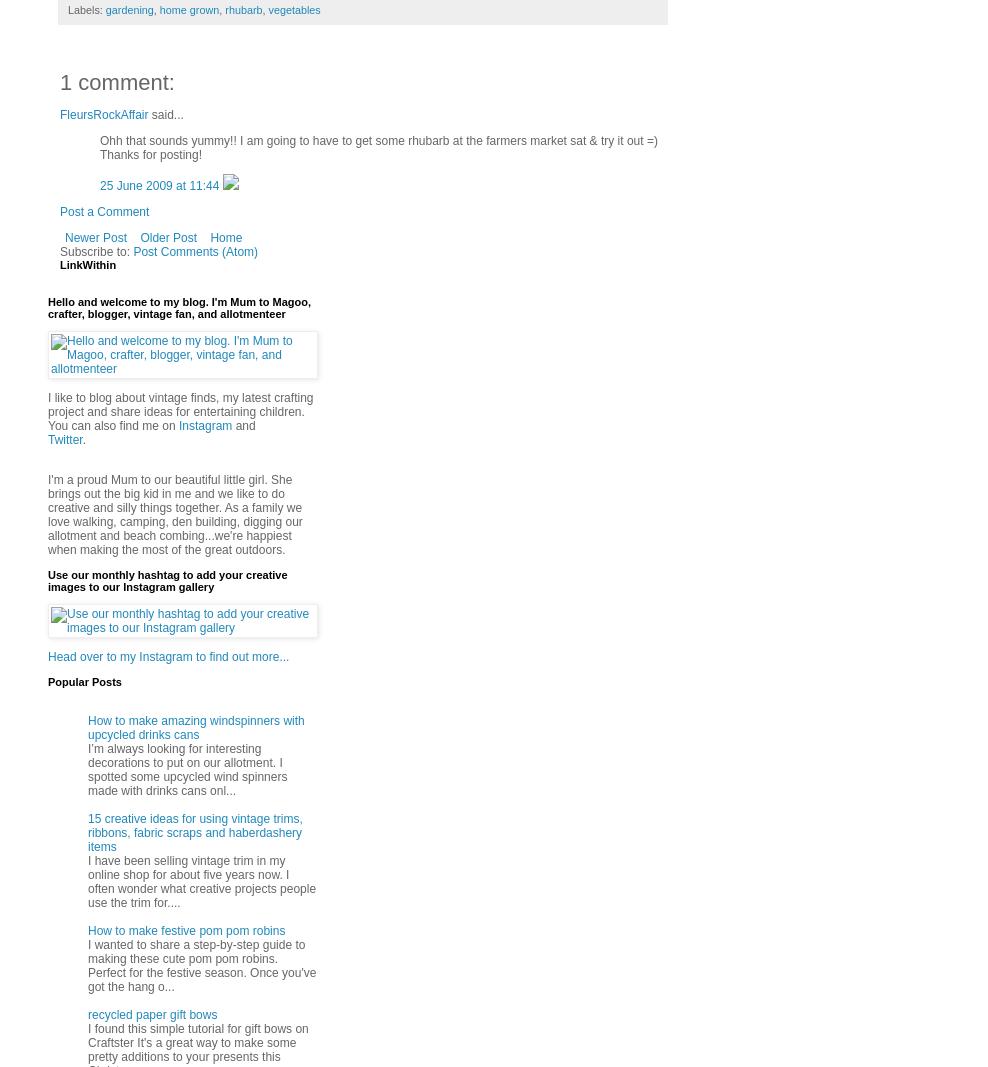 This screenshot has width=988, height=1067. Describe the element at coordinates (206, 425) in the screenshot. I see `'Instagram'` at that location.